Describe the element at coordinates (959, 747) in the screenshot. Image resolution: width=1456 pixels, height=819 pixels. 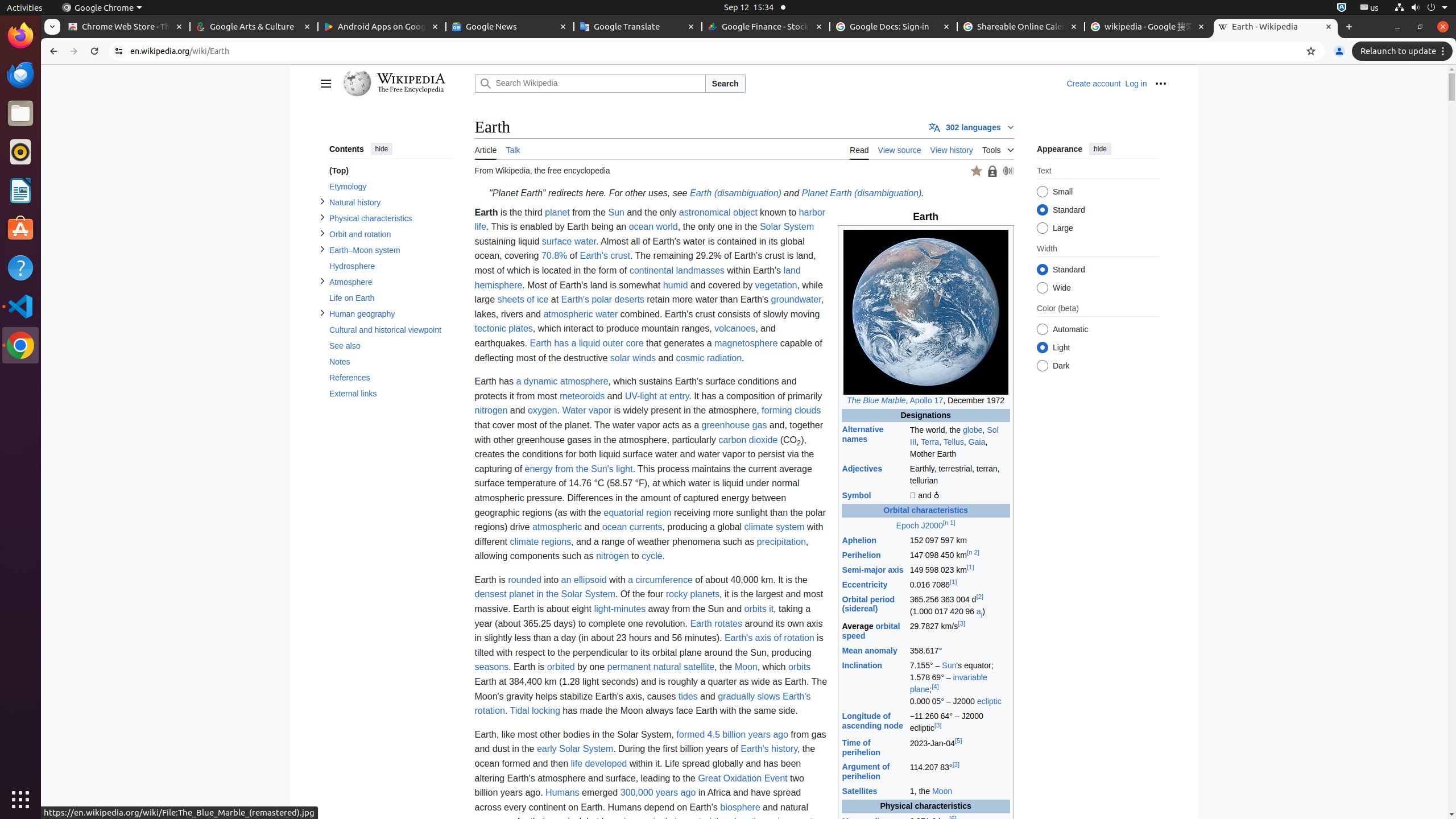
I see `'2023-Jan-04[5]'` at that location.